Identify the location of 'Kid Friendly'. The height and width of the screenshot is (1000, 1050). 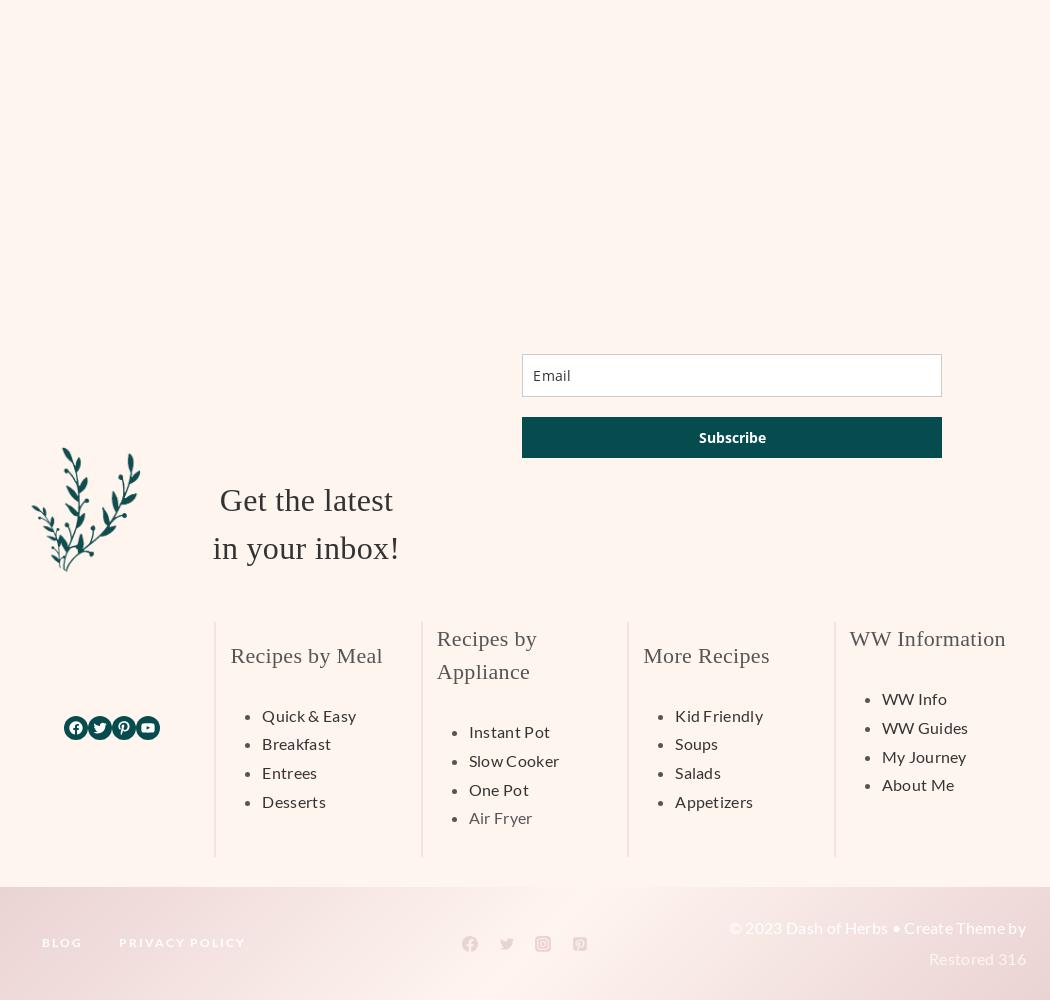
(718, 713).